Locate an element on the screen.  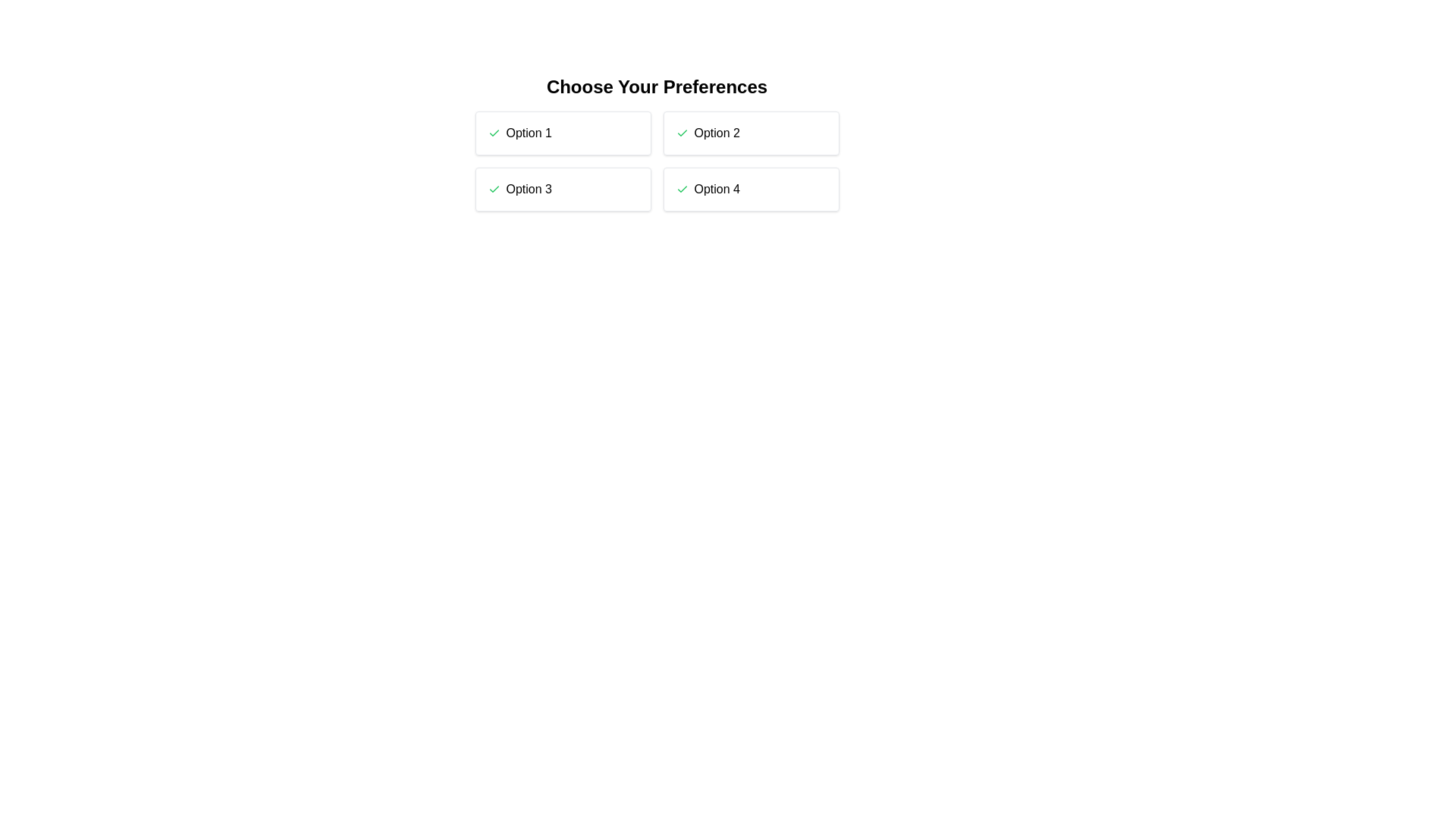
the text label of the option Option 2 is located at coordinates (716, 133).